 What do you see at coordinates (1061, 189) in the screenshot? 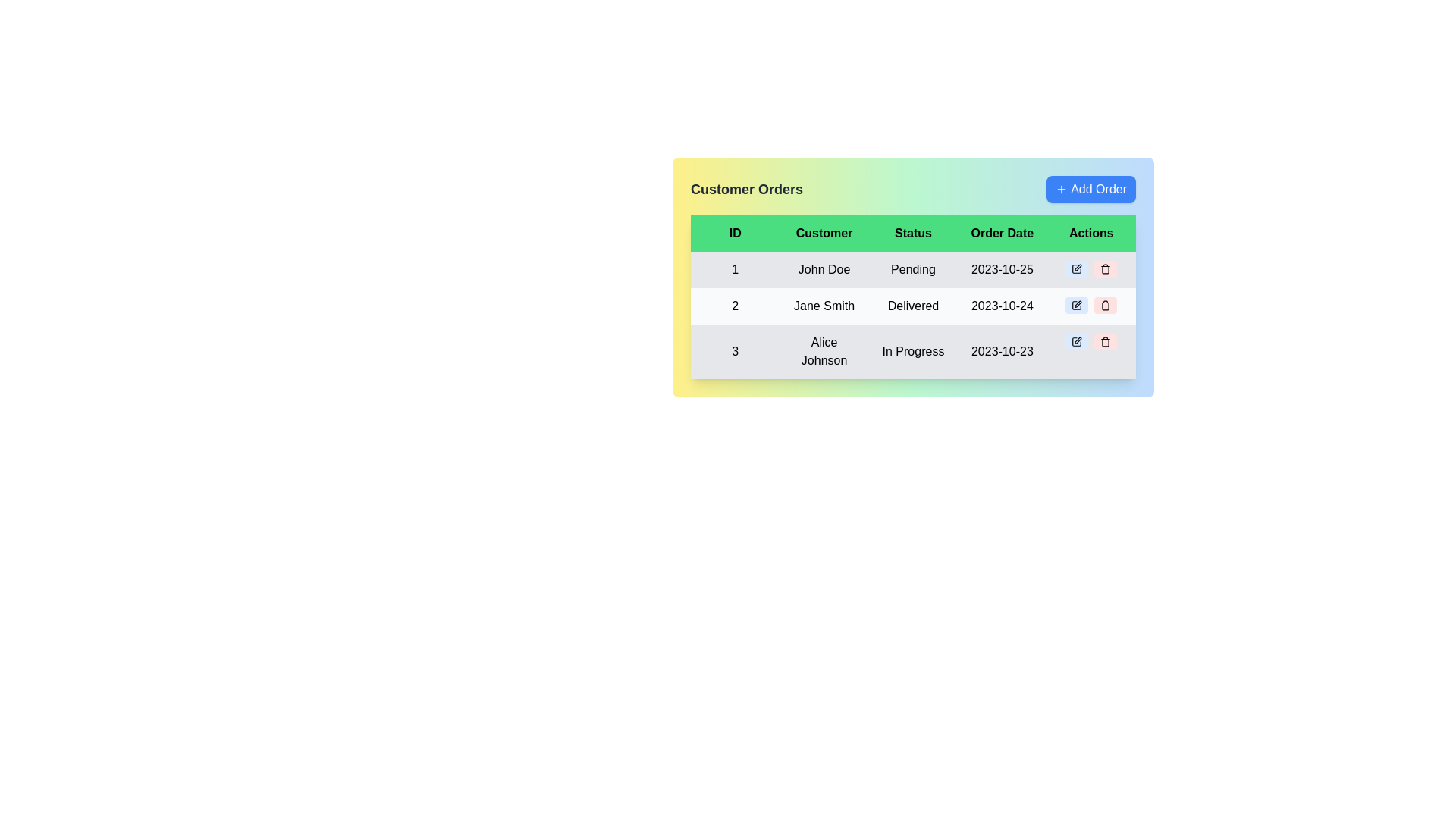
I see `the 'Add Order' button containing the small blue plus icon, which is positioned to the left of the text label` at bounding box center [1061, 189].